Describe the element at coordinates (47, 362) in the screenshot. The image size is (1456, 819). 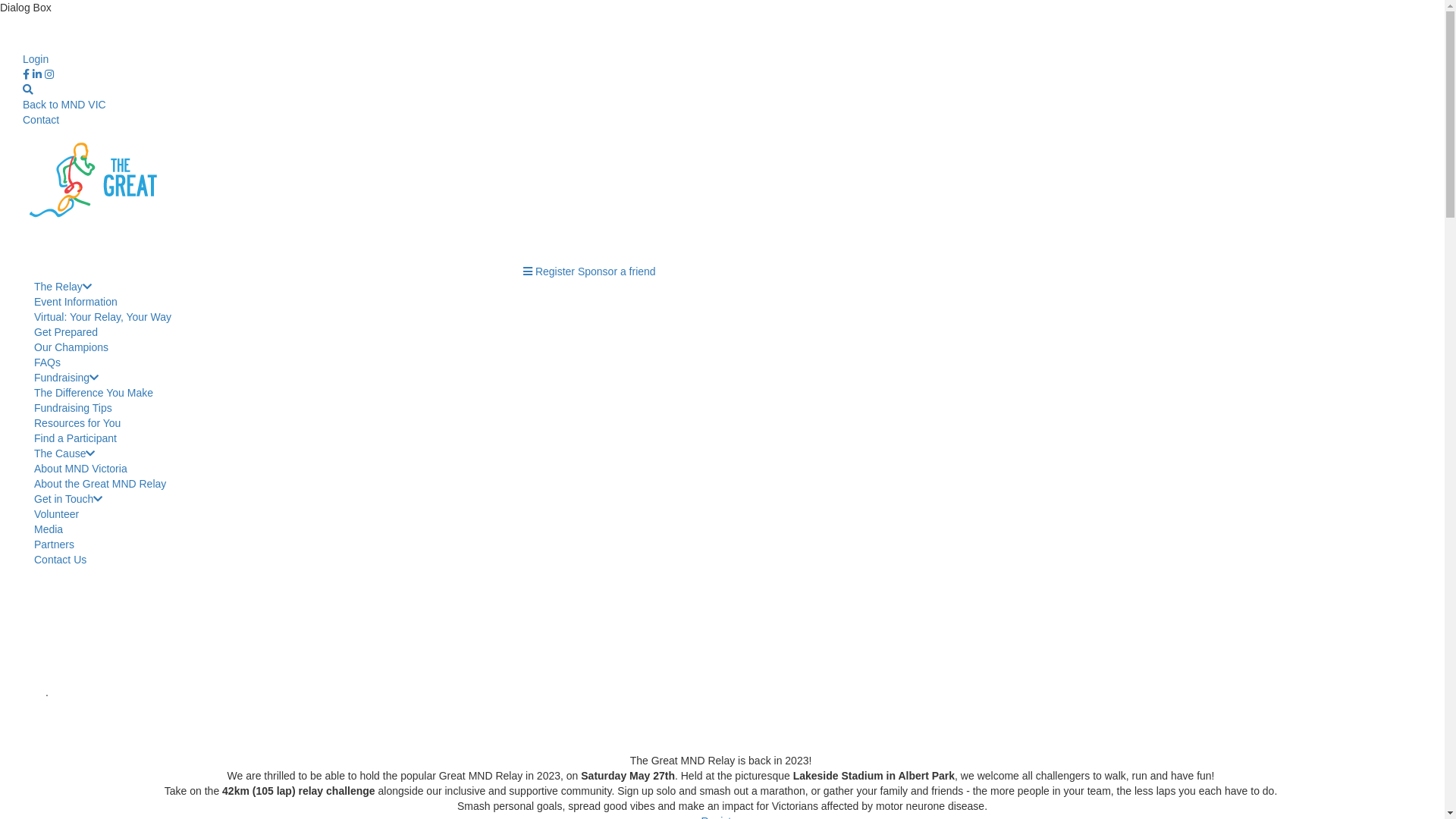
I see `'FAQs'` at that location.